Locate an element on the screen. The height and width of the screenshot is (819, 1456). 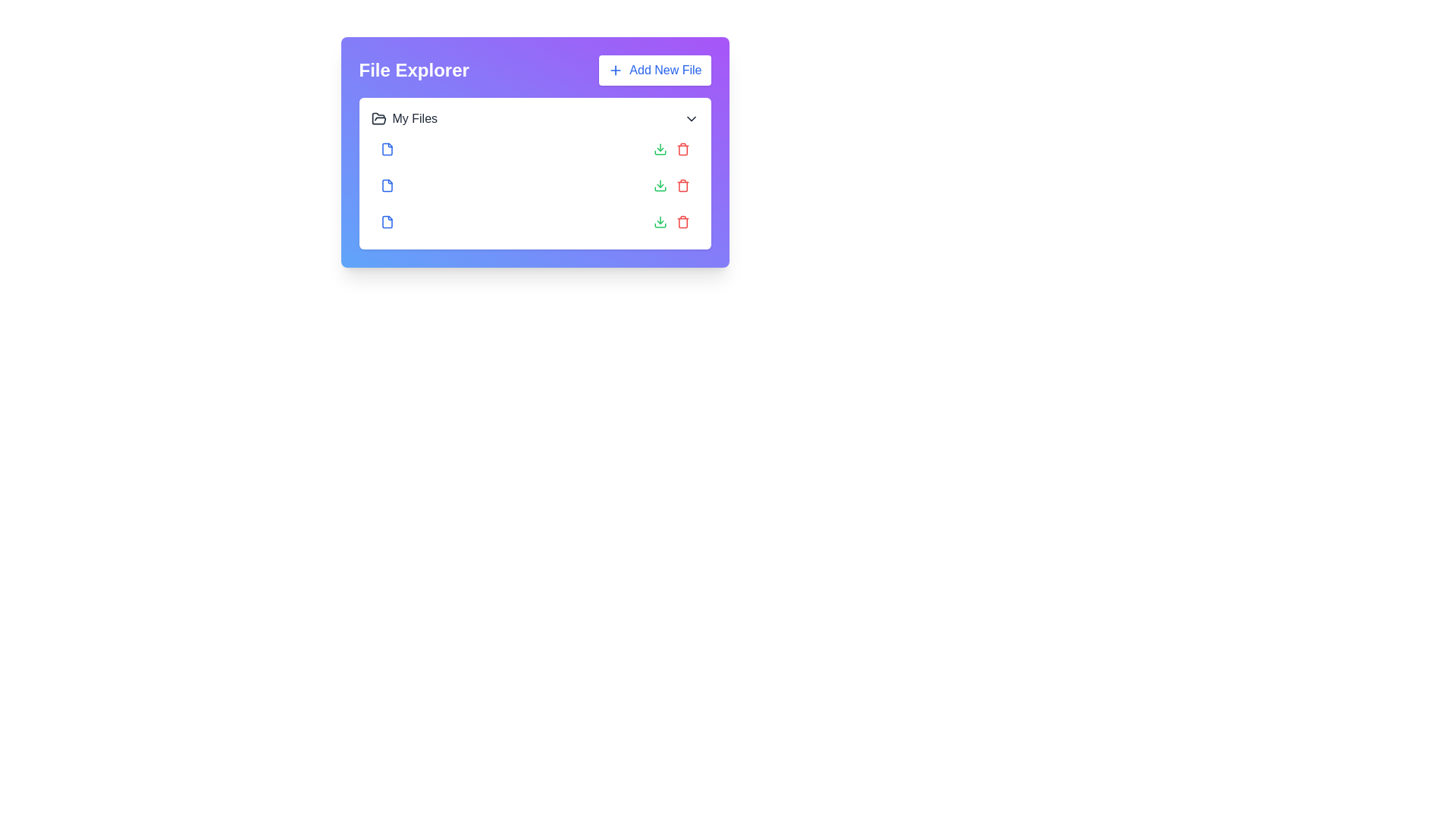
the green download arrow icon in the grouped action control located on the right side of the row for the file 'Presentation.pptx' in the 'File Explorer' is located at coordinates (670, 222).